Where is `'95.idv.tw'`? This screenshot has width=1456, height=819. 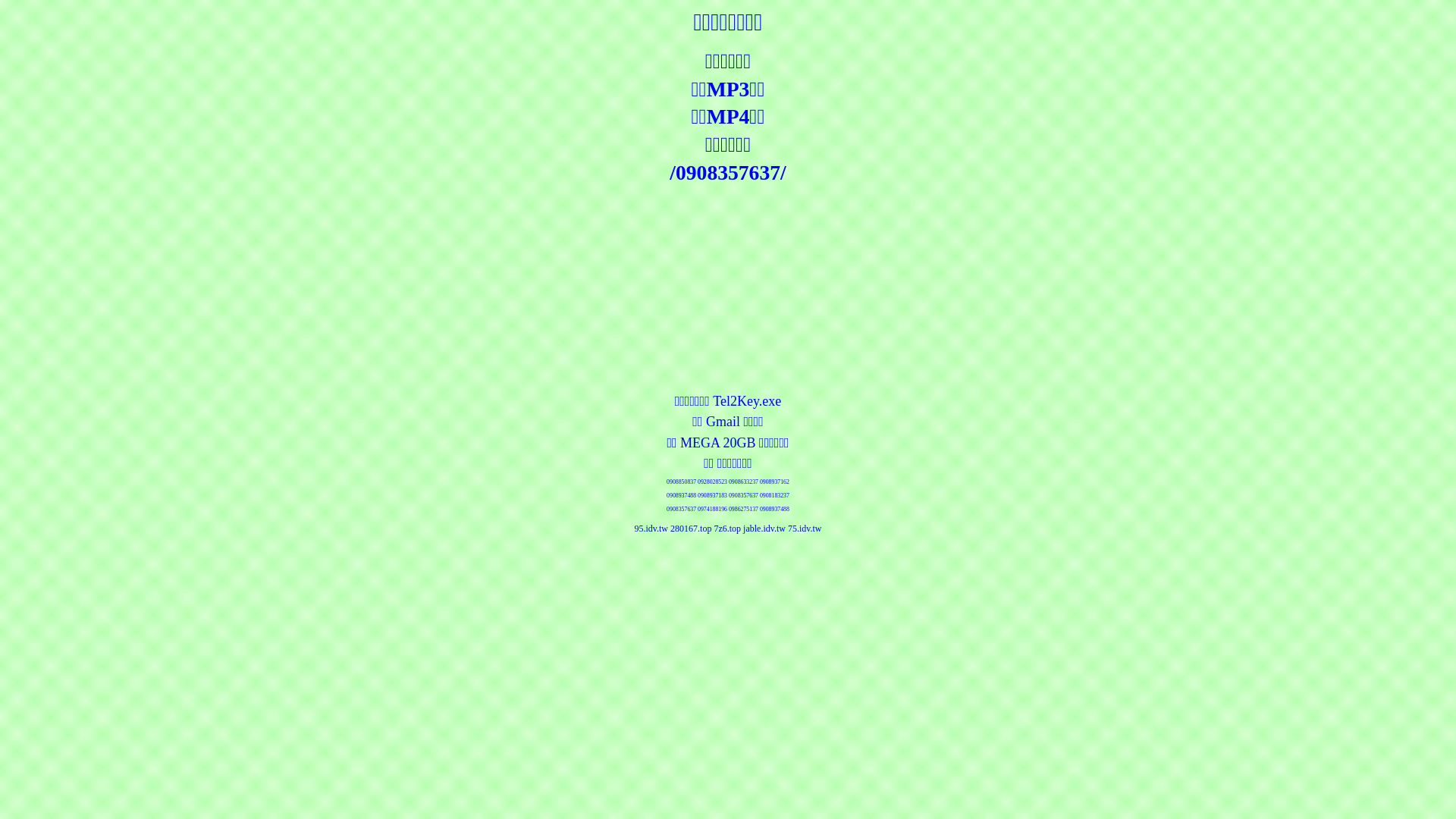 '95.idv.tw' is located at coordinates (651, 528).